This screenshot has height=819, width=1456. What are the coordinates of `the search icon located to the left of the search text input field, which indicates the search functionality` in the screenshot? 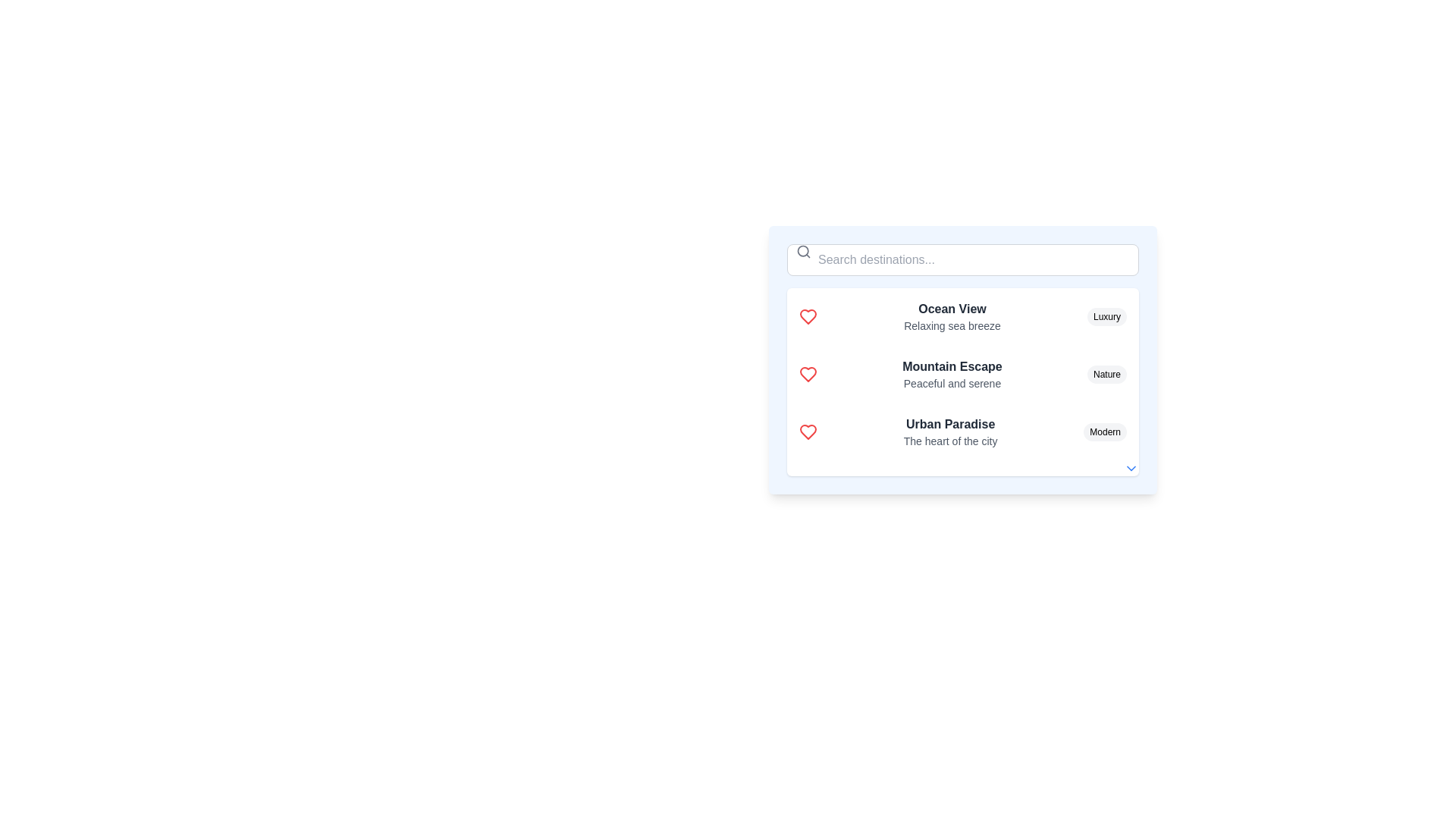 It's located at (803, 250).